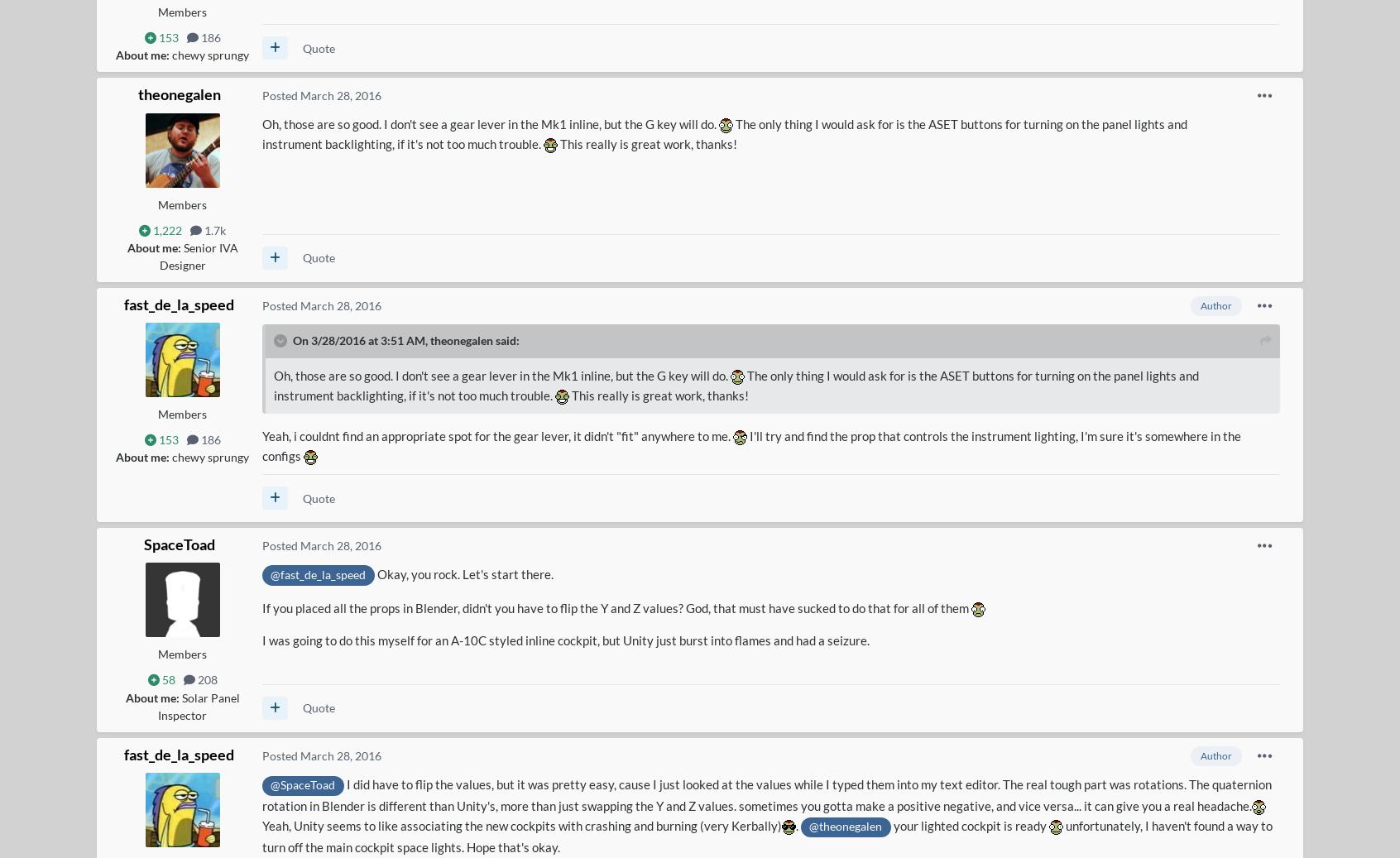 The image size is (1400, 858). What do you see at coordinates (198, 706) in the screenshot?
I see `'Solar Panel Inspector'` at bounding box center [198, 706].